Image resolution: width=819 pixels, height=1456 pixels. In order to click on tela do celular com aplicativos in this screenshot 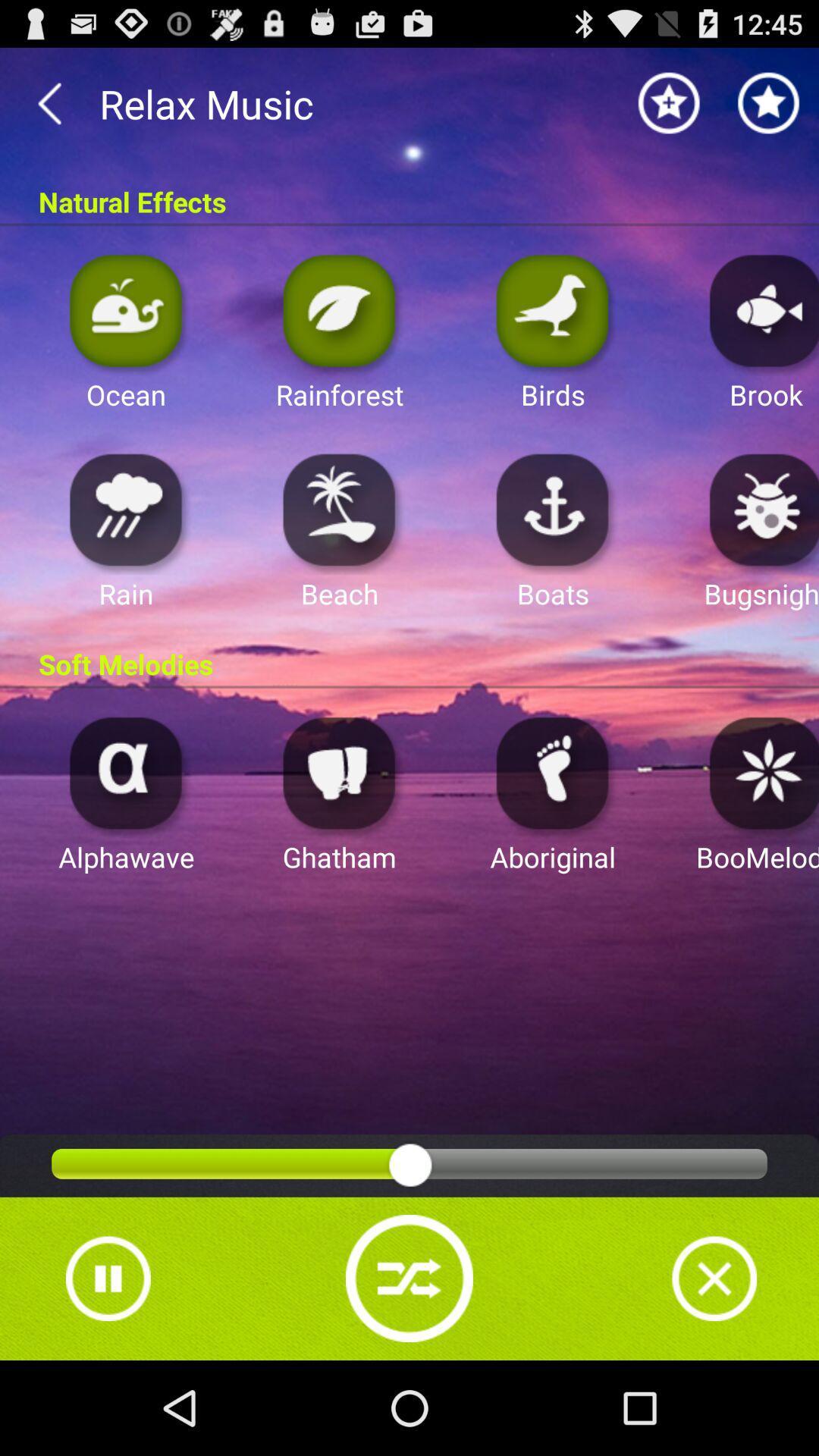, I will do `click(125, 509)`.